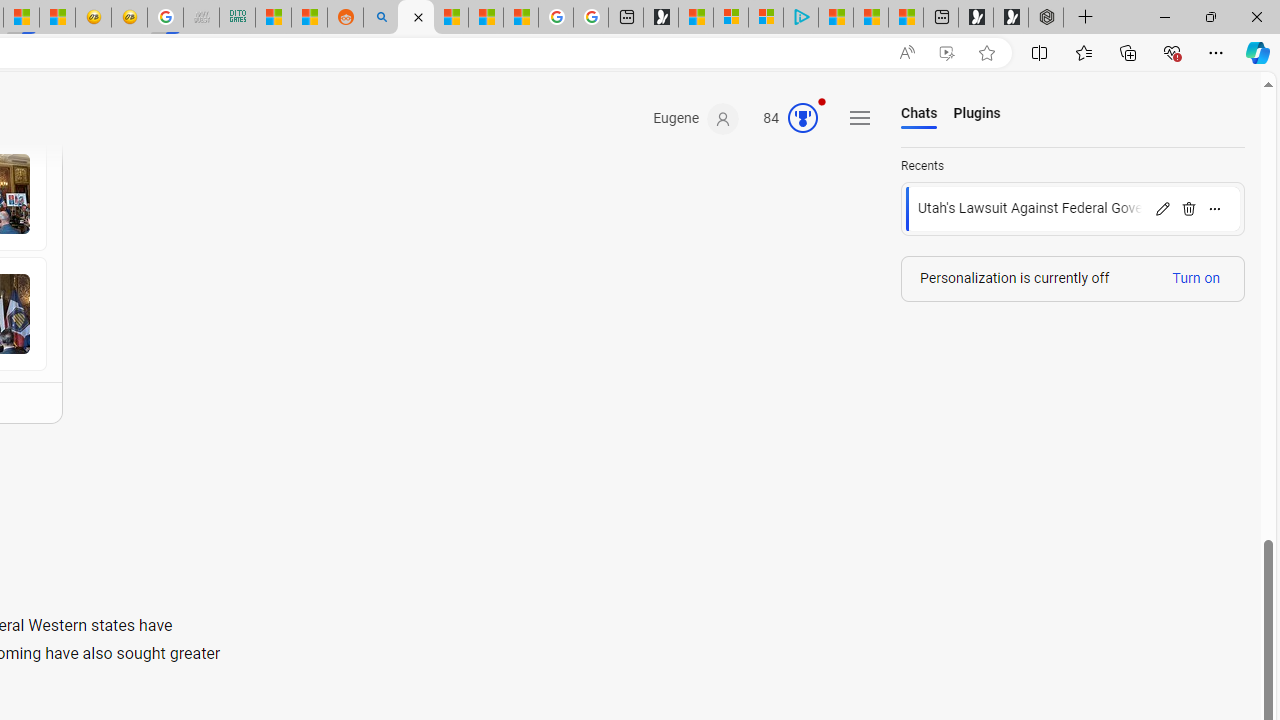 The height and width of the screenshot is (720, 1280). Describe the element at coordinates (918, 114) in the screenshot. I see `'Chats'` at that location.